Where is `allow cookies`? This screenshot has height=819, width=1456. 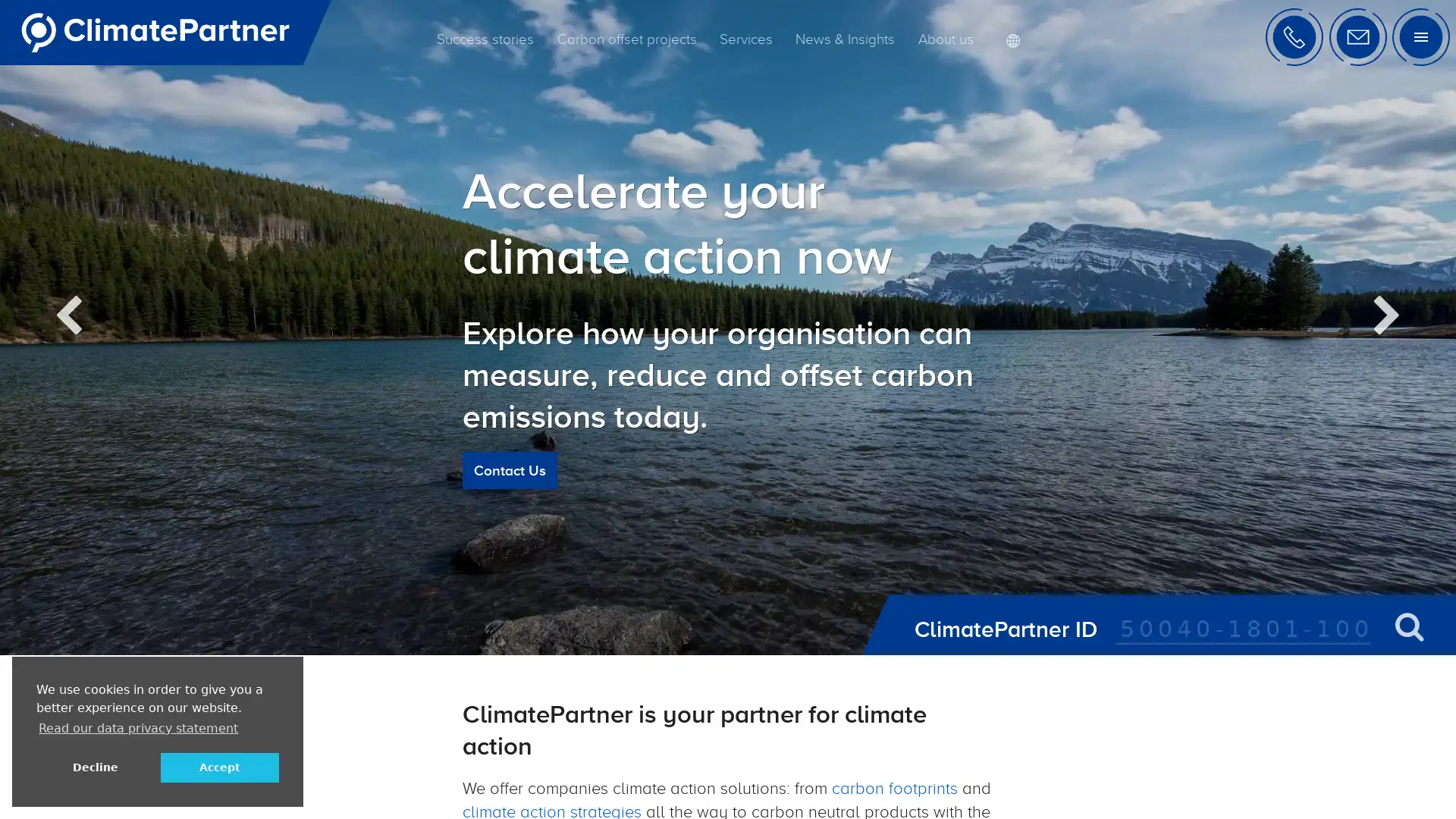 allow cookies is located at coordinates (218, 767).